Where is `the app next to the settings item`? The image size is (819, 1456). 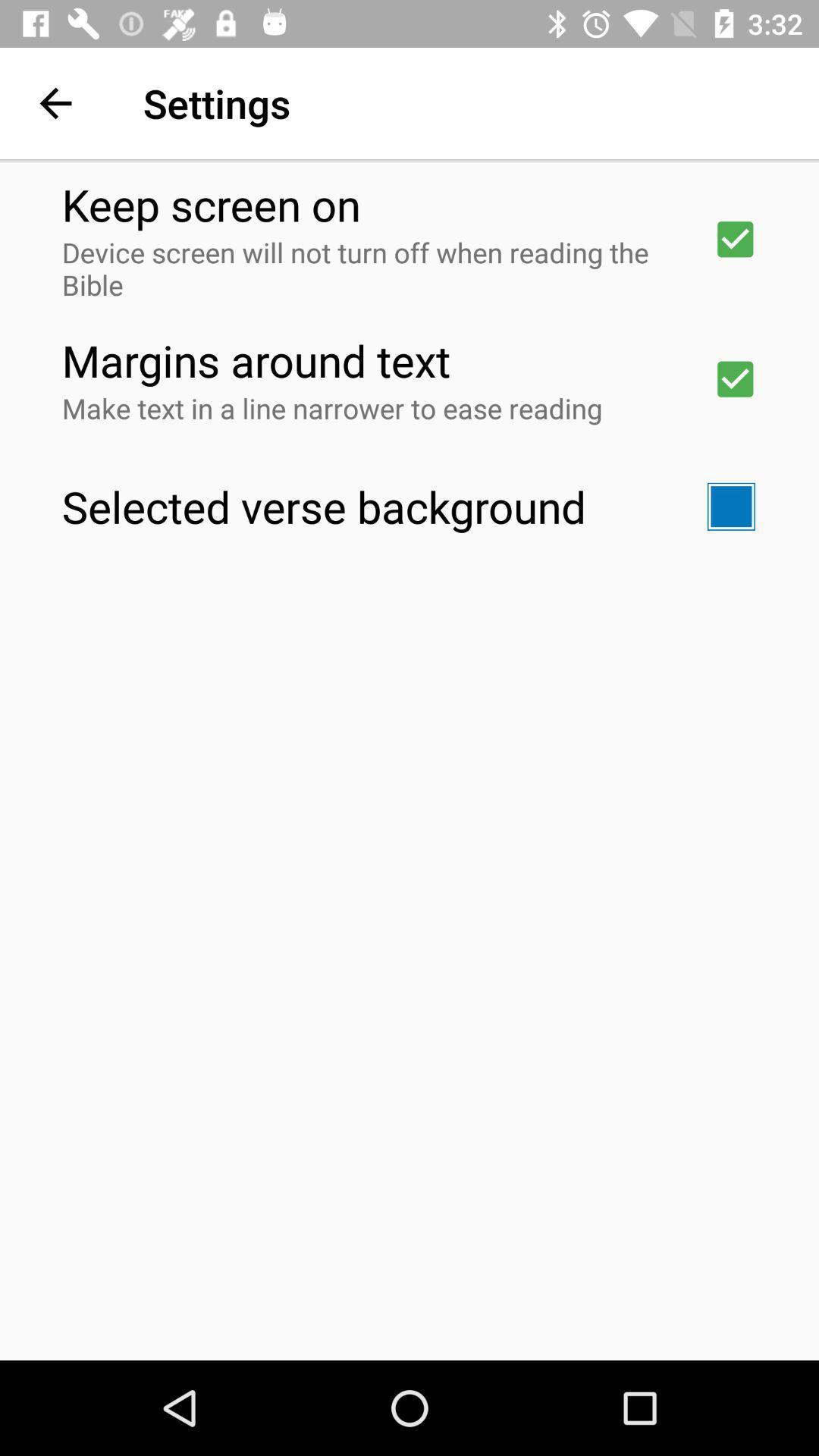 the app next to the settings item is located at coordinates (55, 102).